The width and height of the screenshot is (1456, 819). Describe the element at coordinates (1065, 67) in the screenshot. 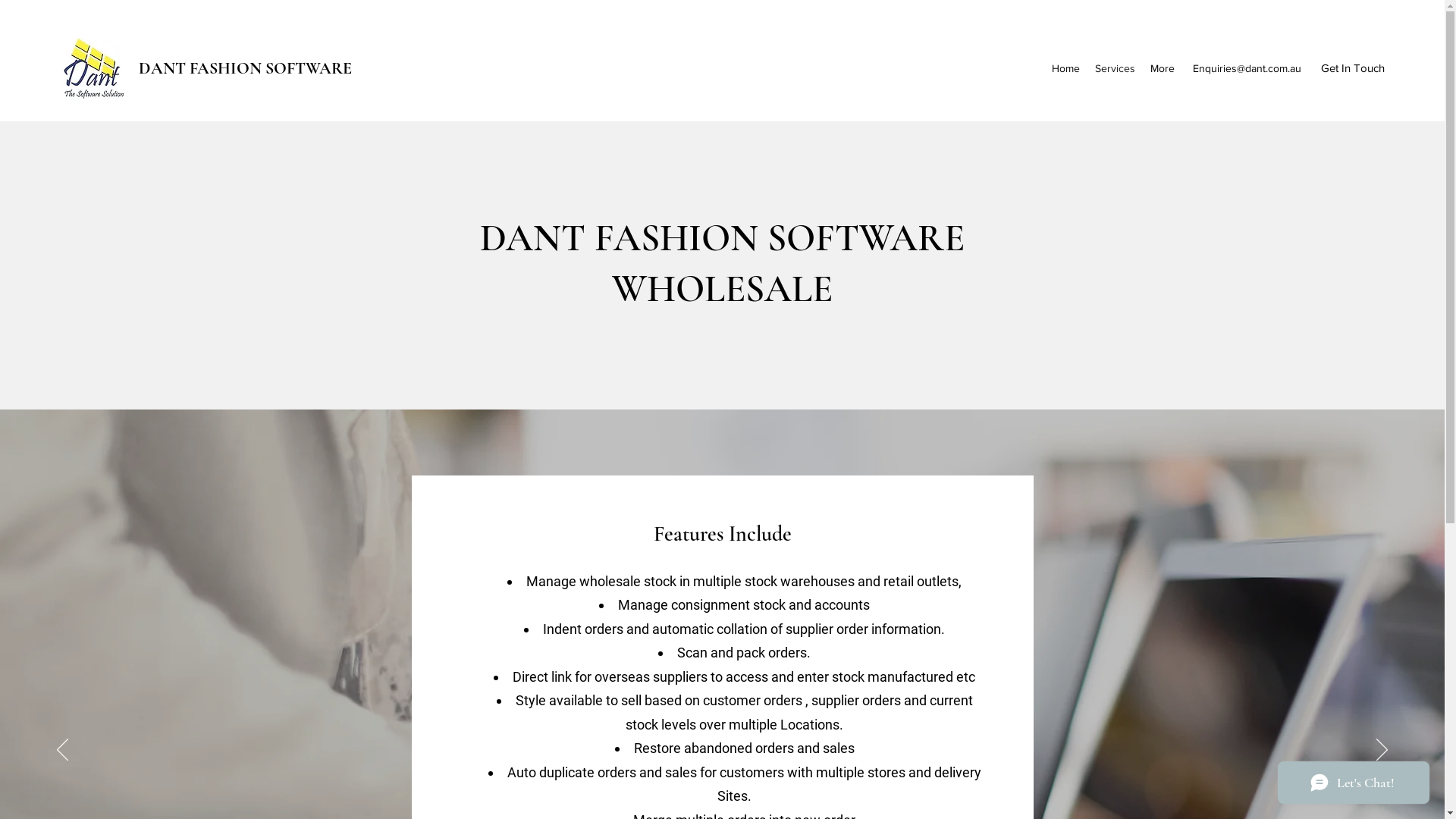

I see `'Home'` at that location.